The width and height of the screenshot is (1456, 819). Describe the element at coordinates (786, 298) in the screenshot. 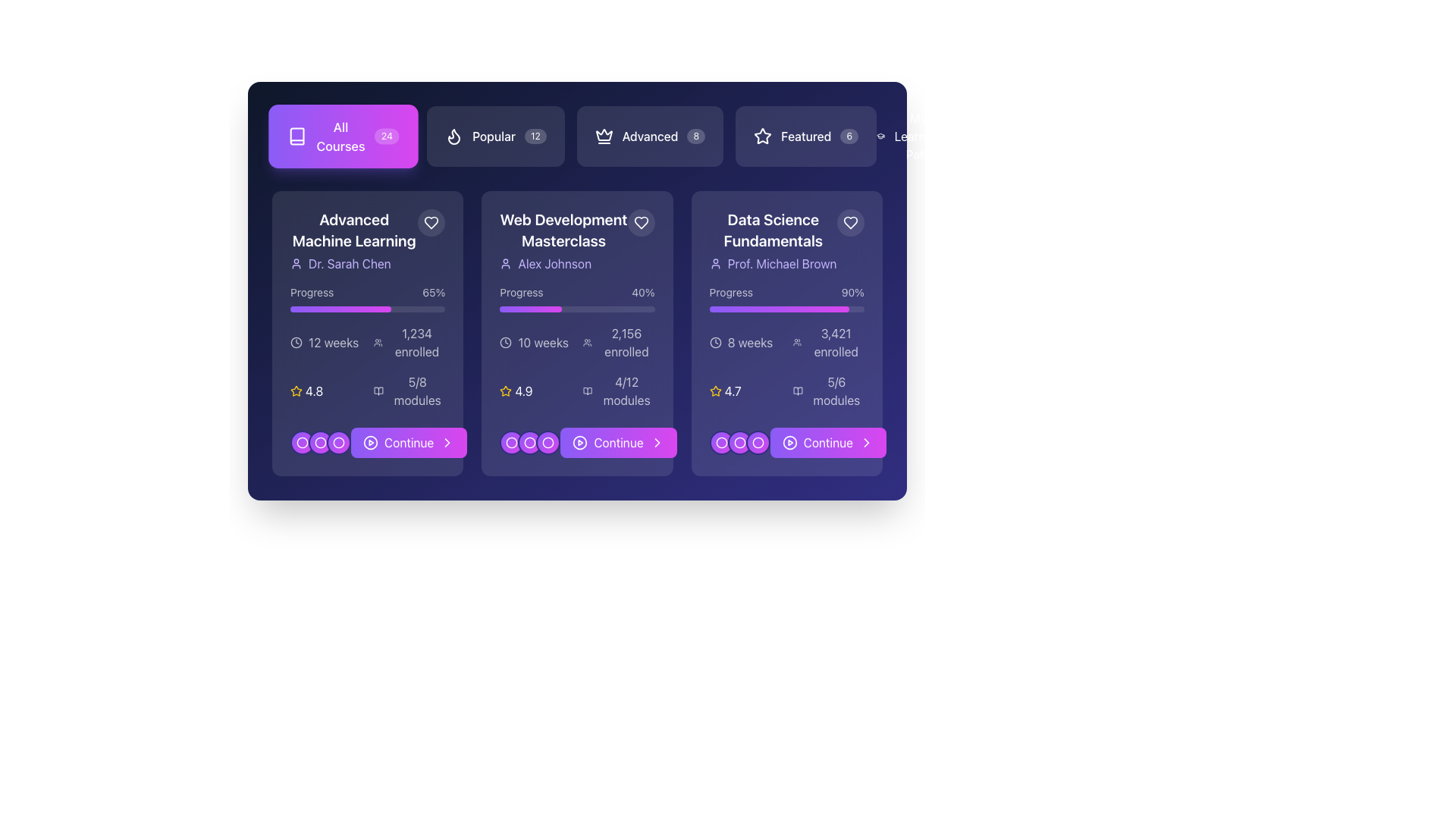

I see `the progress information displayed in the progress bar within the 'Data Science Fundamentals' card, located in the upper-middle section of the card` at that location.